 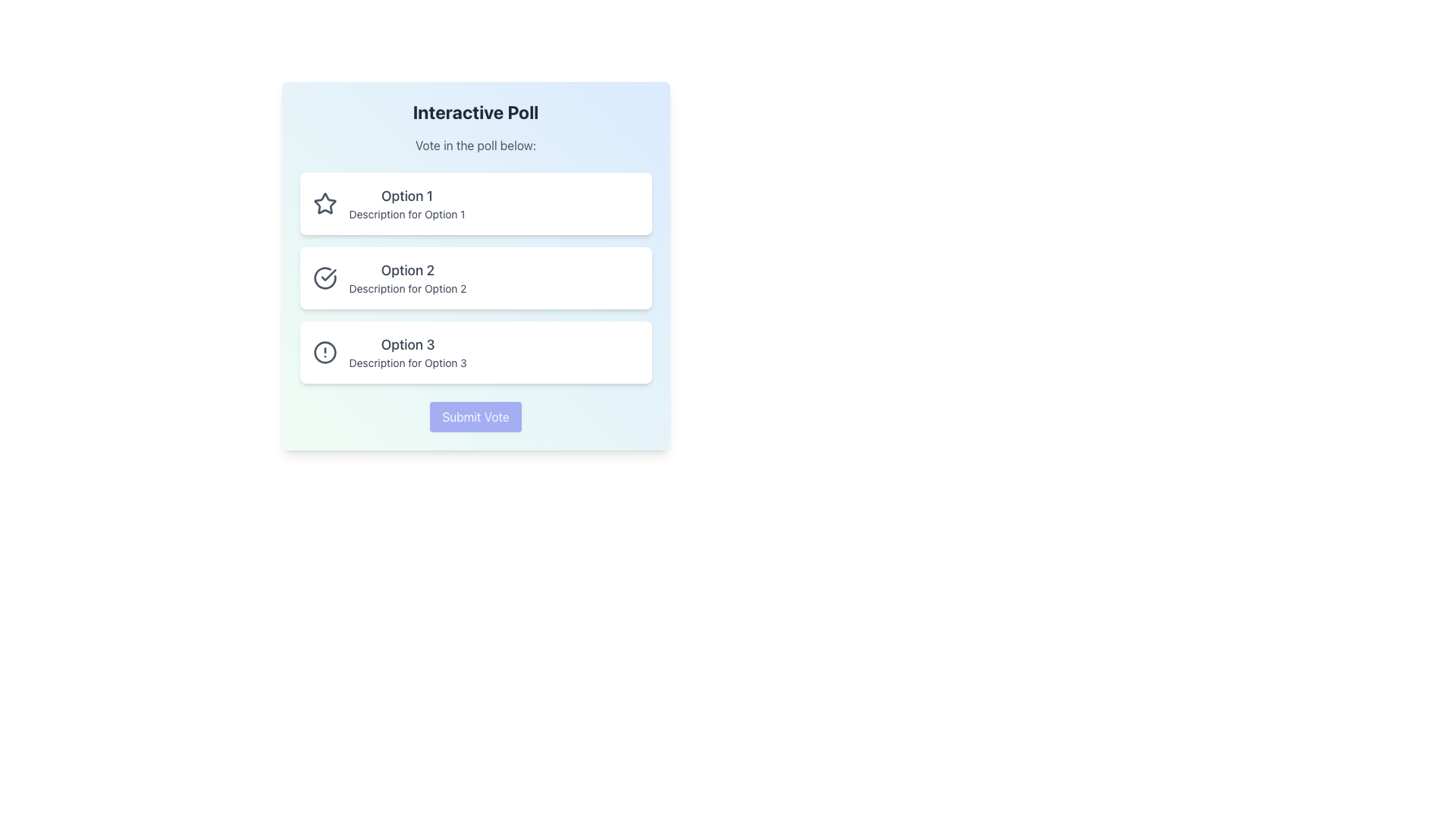 What do you see at coordinates (324, 278) in the screenshot?
I see `the icon that signifies 'Option 2' is selected, located to the left of the text 'Option 2 Description for Option 2' in the second card of the vertically stacked list of options` at bounding box center [324, 278].